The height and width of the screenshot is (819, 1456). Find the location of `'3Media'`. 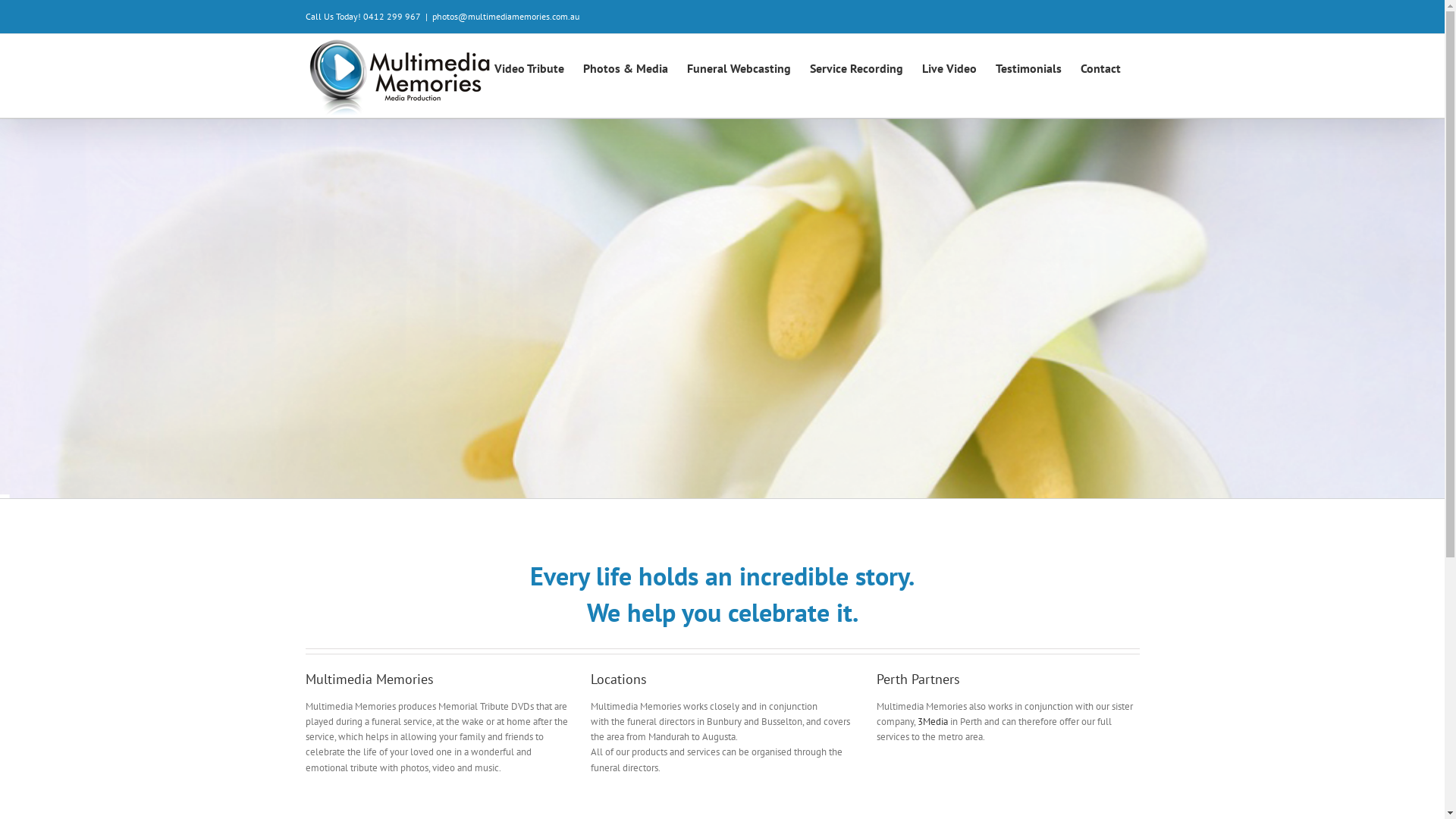

'3Media' is located at coordinates (933, 720).